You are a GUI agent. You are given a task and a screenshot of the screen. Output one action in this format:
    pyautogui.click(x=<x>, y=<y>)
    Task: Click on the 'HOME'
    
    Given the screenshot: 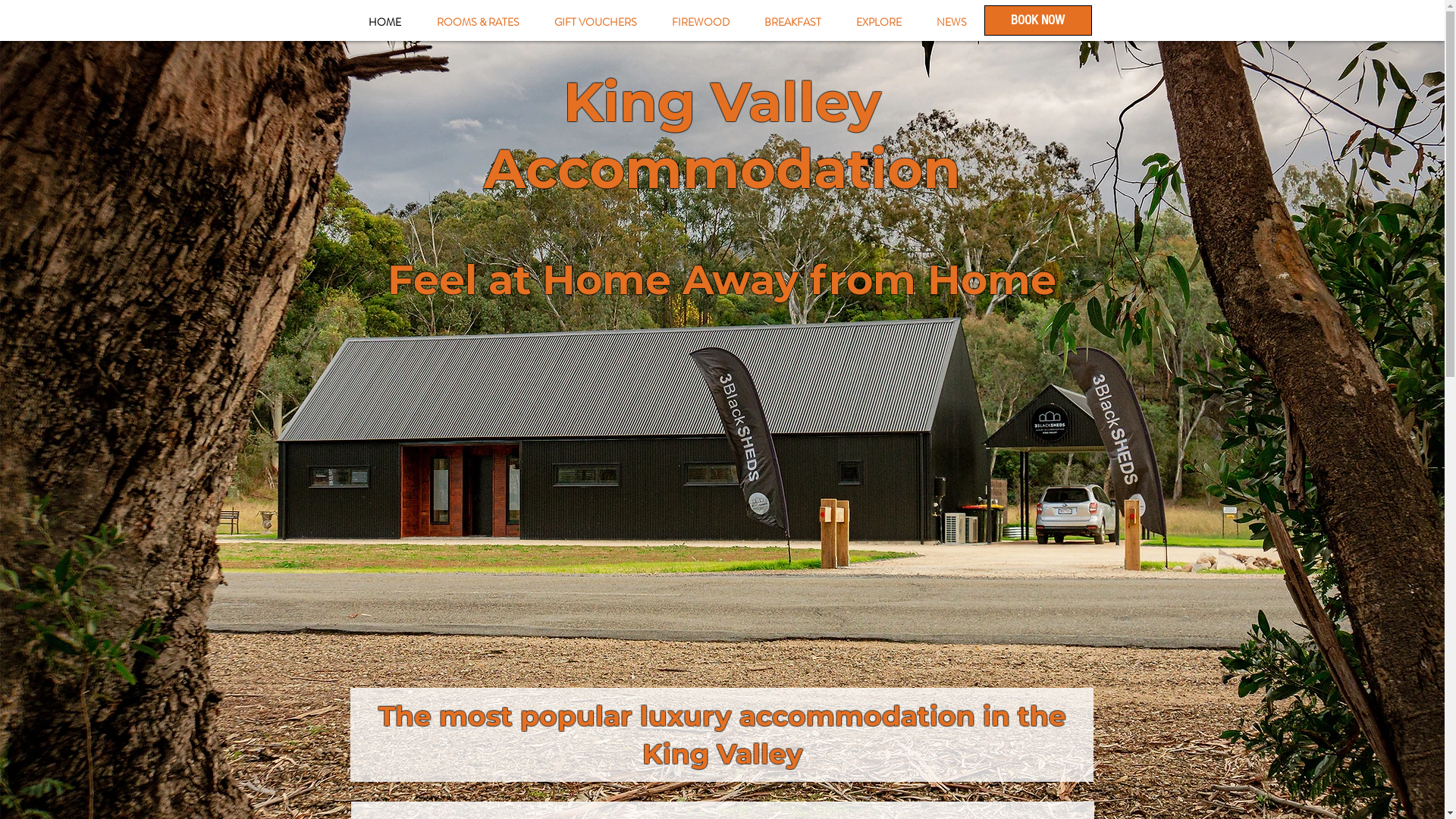 What is the action you would take?
    pyautogui.click(x=349, y=22)
    